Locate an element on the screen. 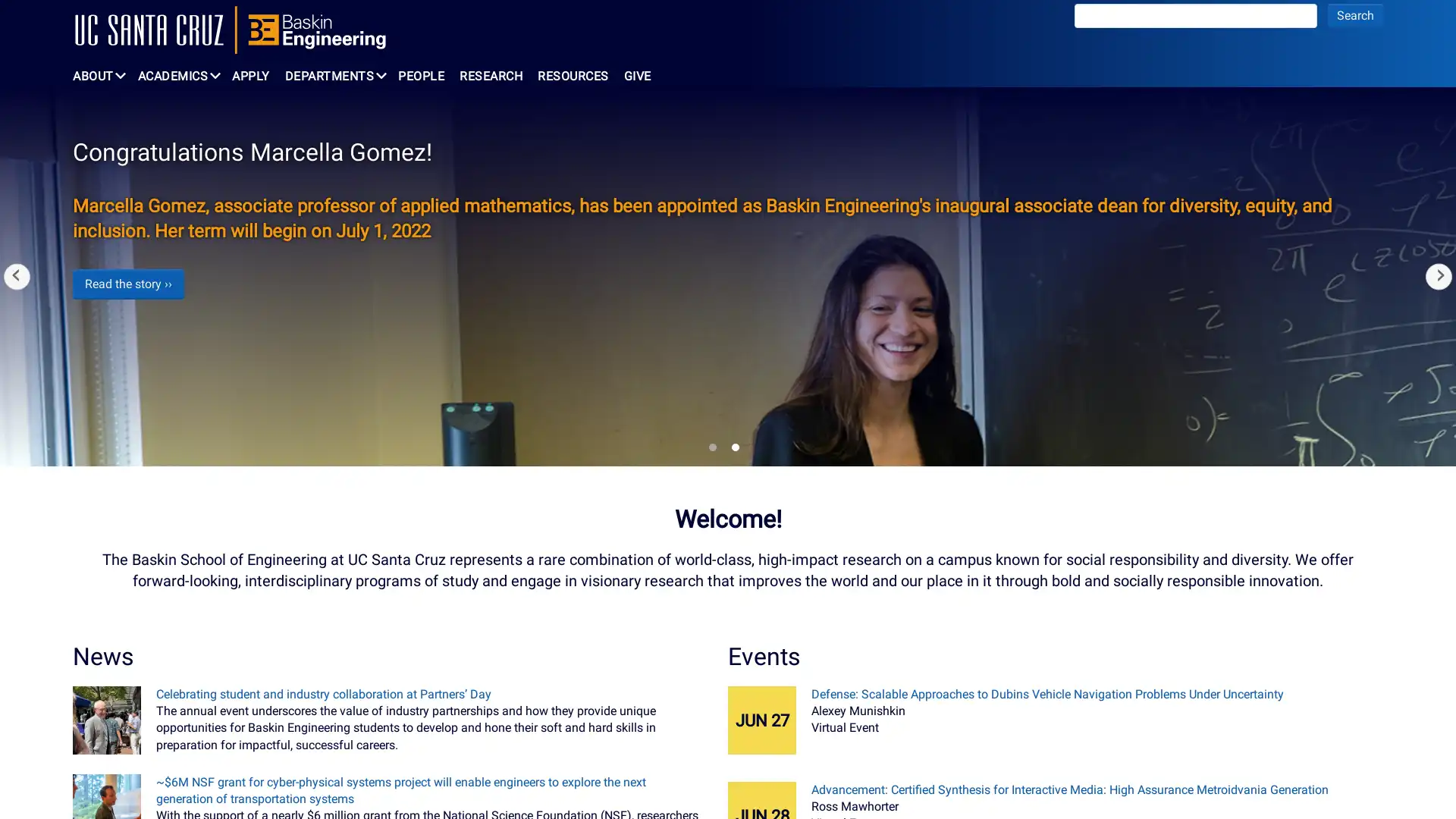  2 is located at coordinates (735, 446).